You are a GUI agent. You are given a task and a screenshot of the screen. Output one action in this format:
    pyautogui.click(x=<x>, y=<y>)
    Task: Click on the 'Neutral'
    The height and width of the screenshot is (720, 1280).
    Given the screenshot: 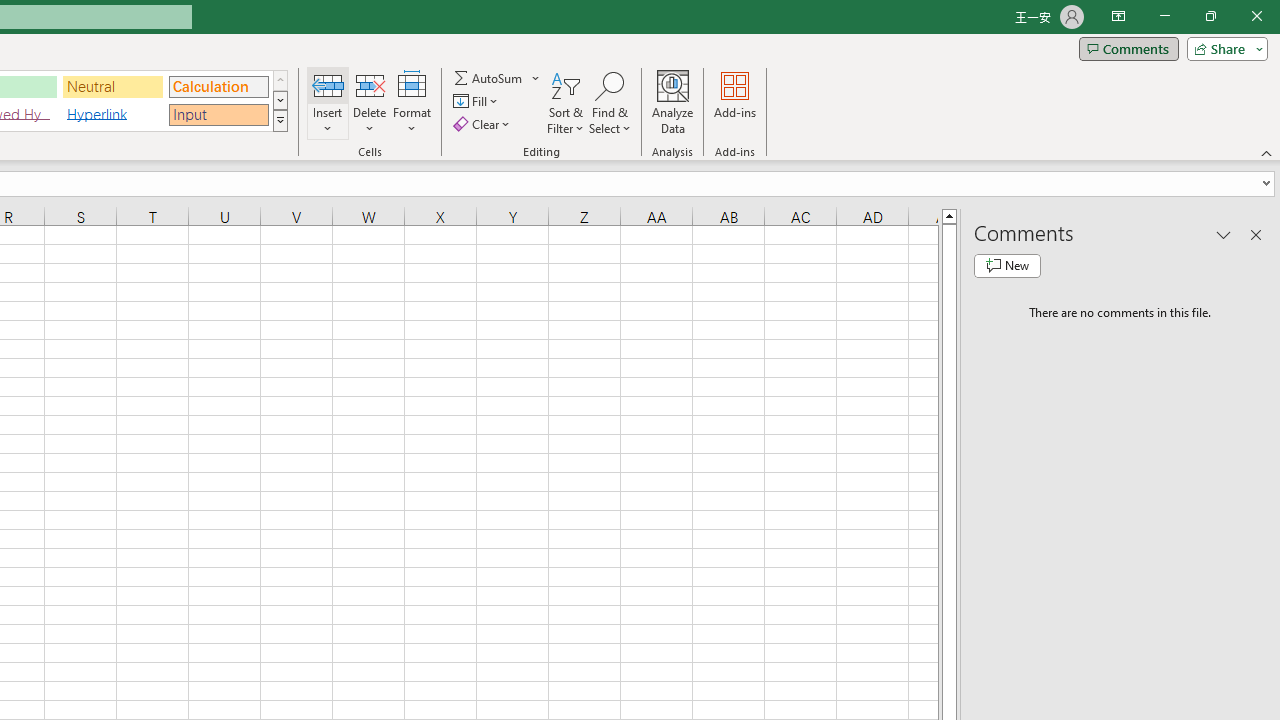 What is the action you would take?
    pyautogui.click(x=112, y=85)
    